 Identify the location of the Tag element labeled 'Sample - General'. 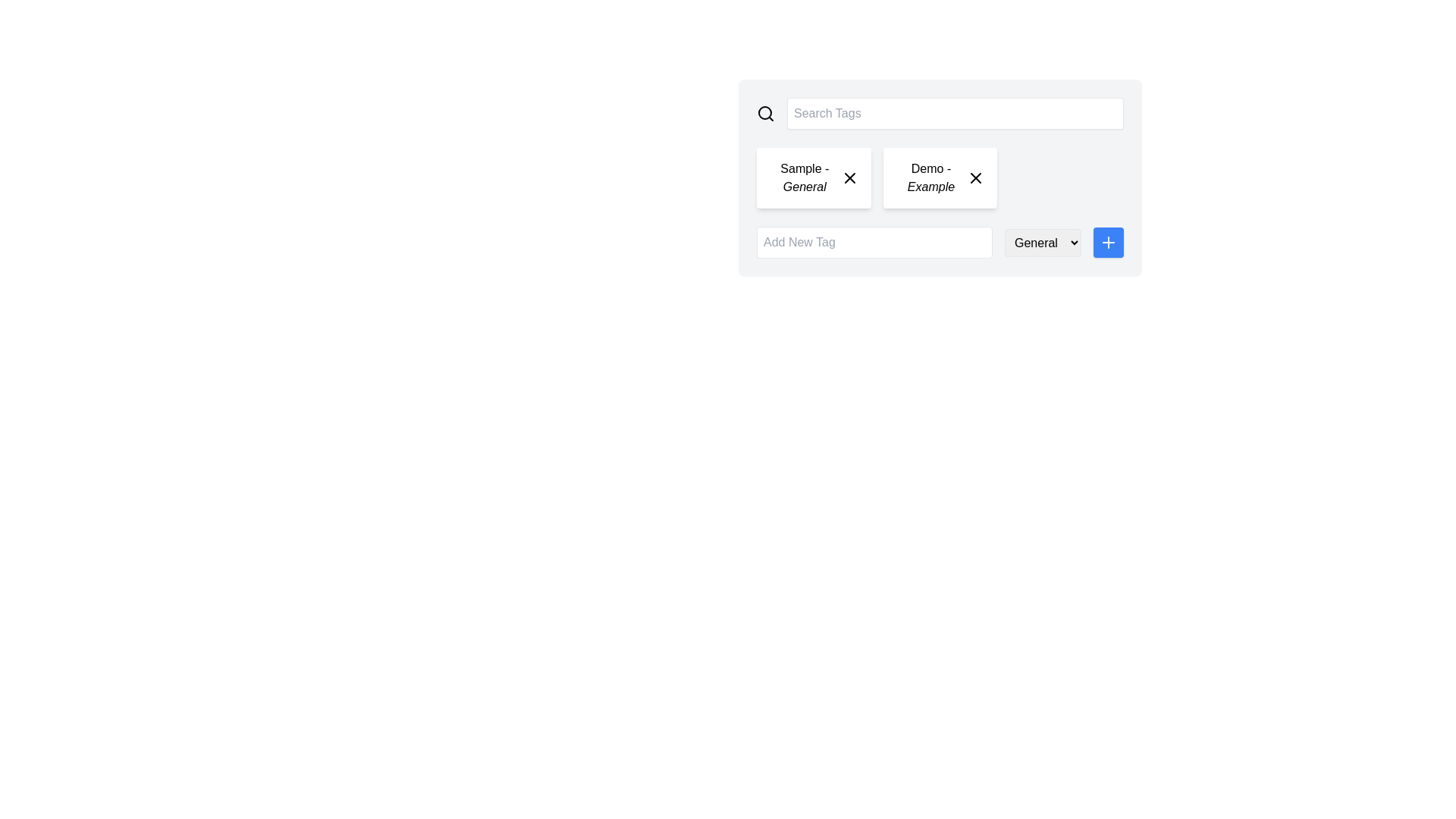
(813, 177).